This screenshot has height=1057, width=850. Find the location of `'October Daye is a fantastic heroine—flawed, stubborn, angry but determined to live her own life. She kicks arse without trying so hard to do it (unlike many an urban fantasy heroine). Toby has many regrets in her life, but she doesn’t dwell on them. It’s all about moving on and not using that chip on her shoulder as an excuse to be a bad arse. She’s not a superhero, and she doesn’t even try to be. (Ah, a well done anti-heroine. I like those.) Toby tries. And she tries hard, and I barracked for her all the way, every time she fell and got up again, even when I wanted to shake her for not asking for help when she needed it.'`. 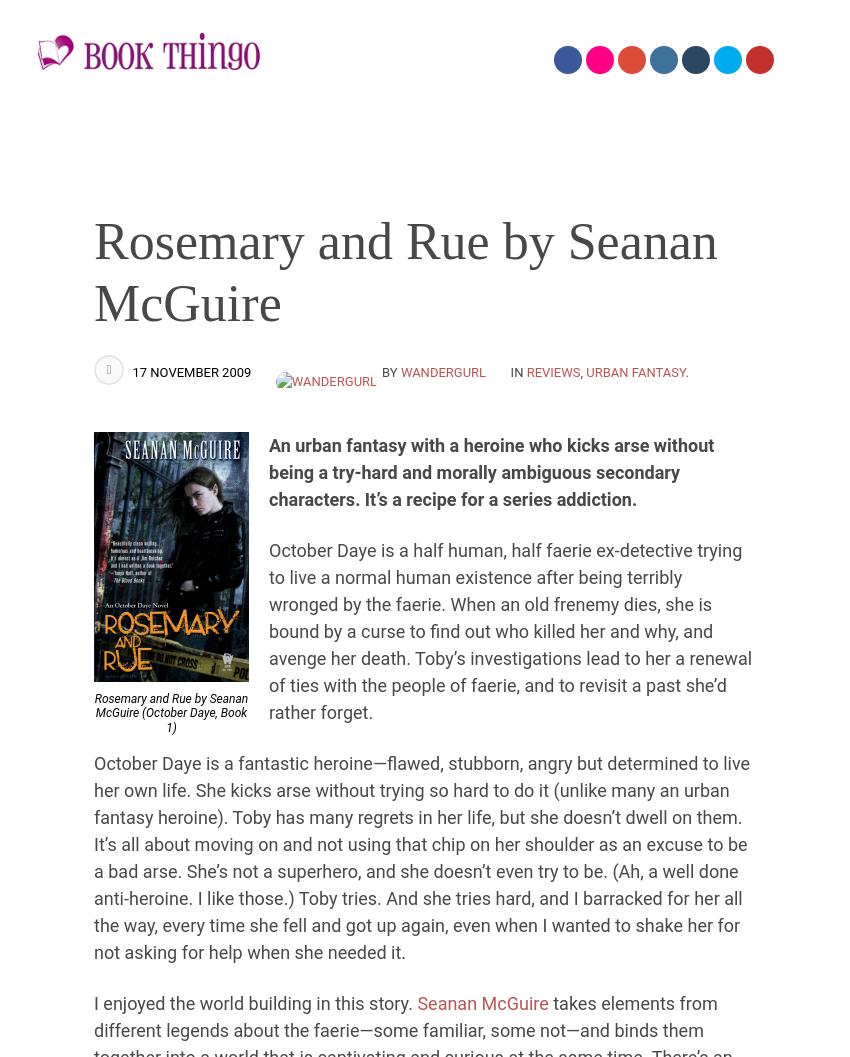

'October Daye is a fantastic heroine—flawed, stubborn, angry but determined to live her own life. She kicks arse without trying so hard to do it (unlike many an urban fantasy heroine). Toby has many regrets in her life, but she doesn’t dwell on them. It’s all about moving on and not using that chip on her shoulder as an excuse to be a bad arse. She’s not a superhero, and she doesn’t even try to be. (Ah, a well done anti-heroine. I like those.) Toby tries. And she tries hard, and I barracked for her all the way, every time she fell and got up again, even when I wanted to shake her for not asking for help when she needed it.' is located at coordinates (422, 856).